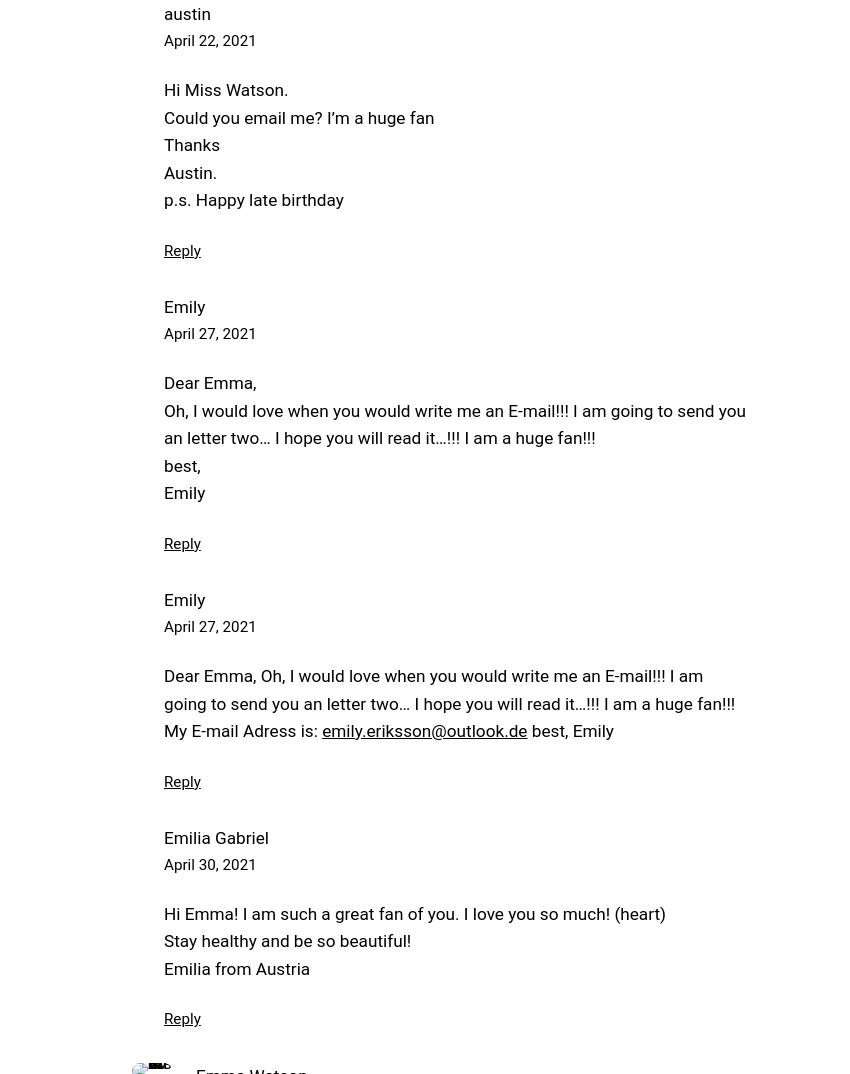 This screenshot has height=1074, width=850. What do you see at coordinates (414, 912) in the screenshot?
I see `'Hi Emma! I am such a great fan of you. I love you so much! (heart)'` at bounding box center [414, 912].